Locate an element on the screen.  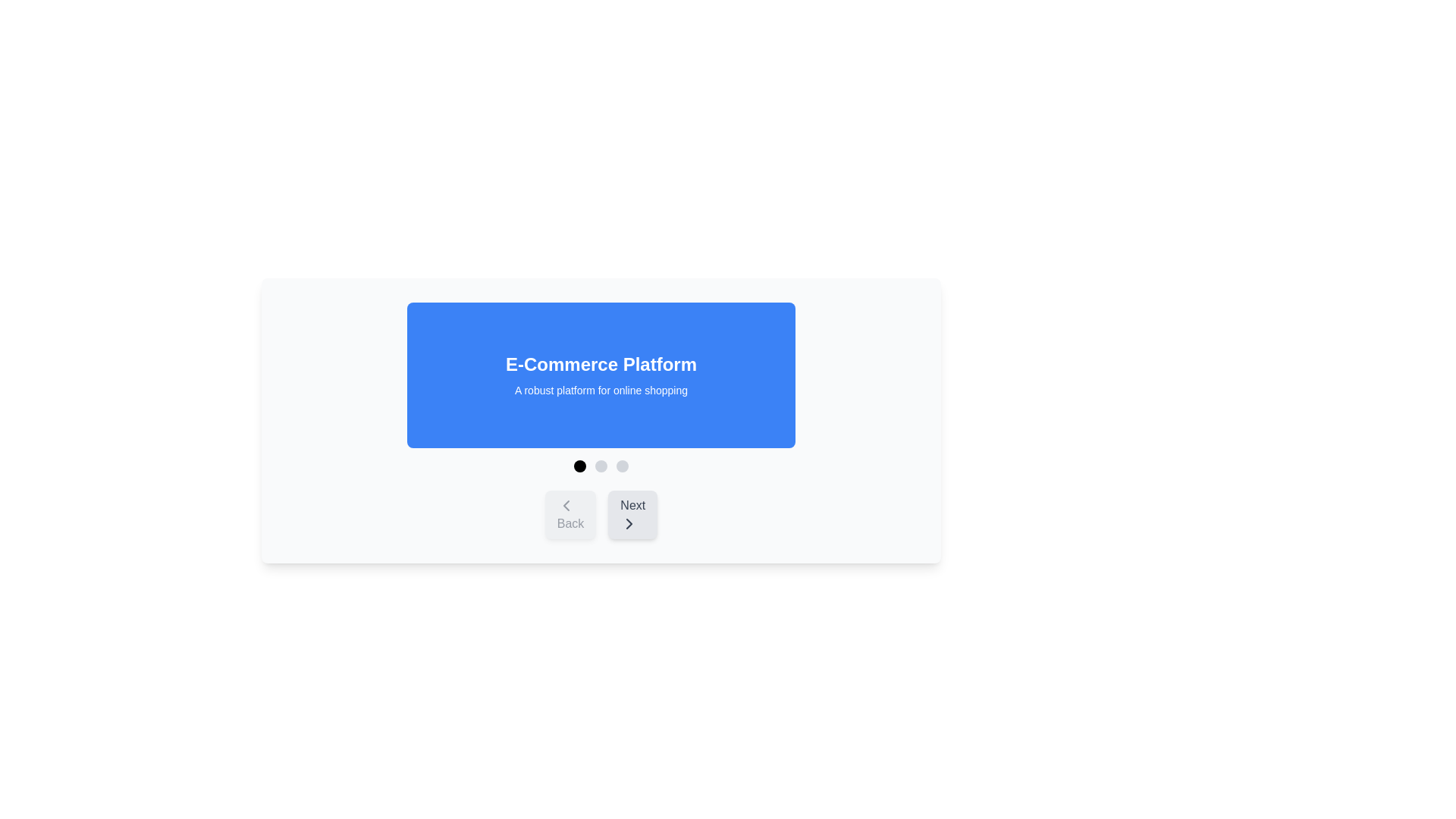
the small circular button with a light gray background to visualize its state change is located at coordinates (622, 465).